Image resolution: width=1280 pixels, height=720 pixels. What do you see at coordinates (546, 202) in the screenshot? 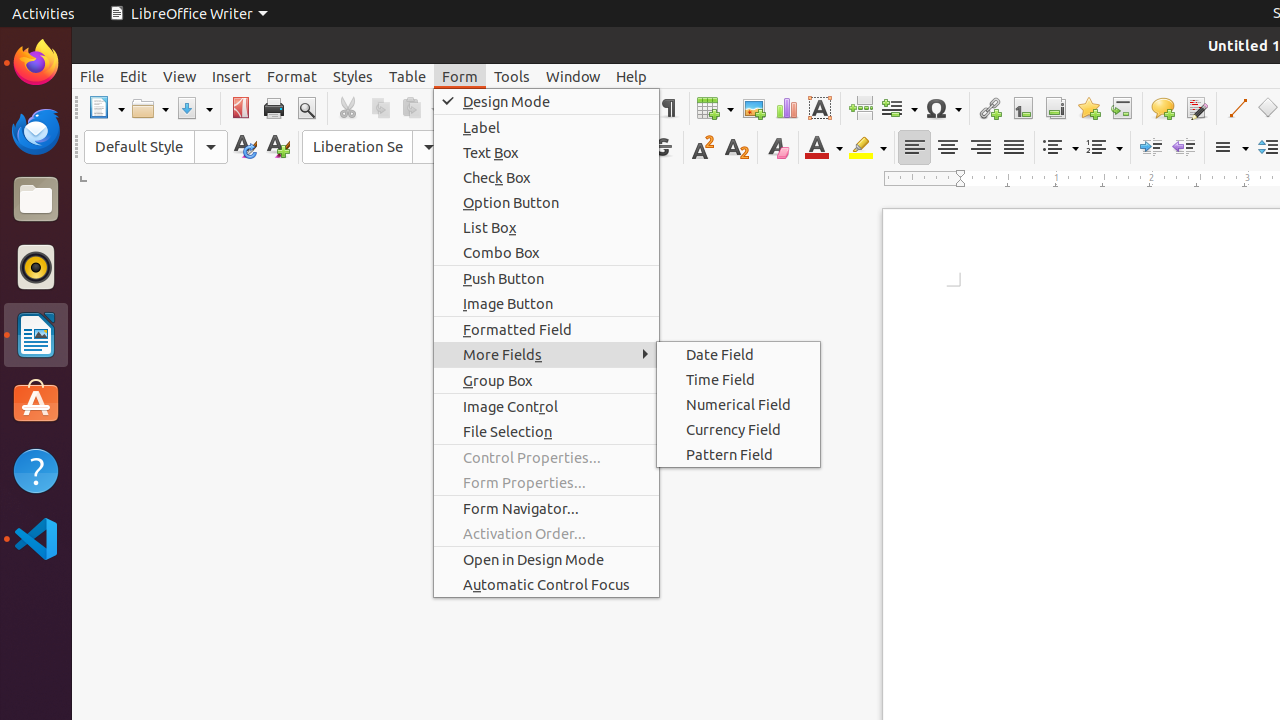
I see `'Option Button'` at bounding box center [546, 202].